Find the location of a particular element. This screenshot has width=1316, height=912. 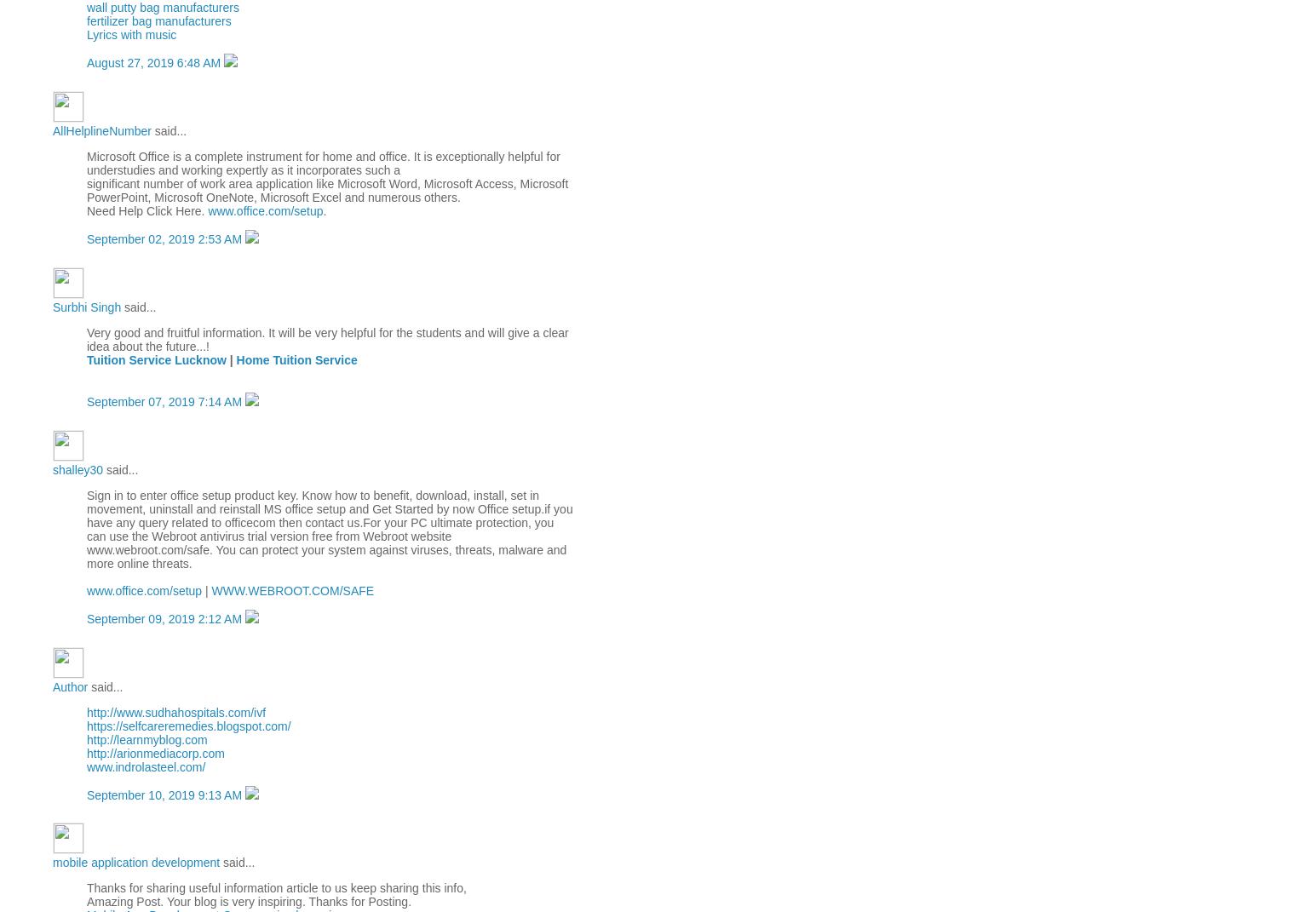

'Need Help Click Here.' is located at coordinates (85, 211).